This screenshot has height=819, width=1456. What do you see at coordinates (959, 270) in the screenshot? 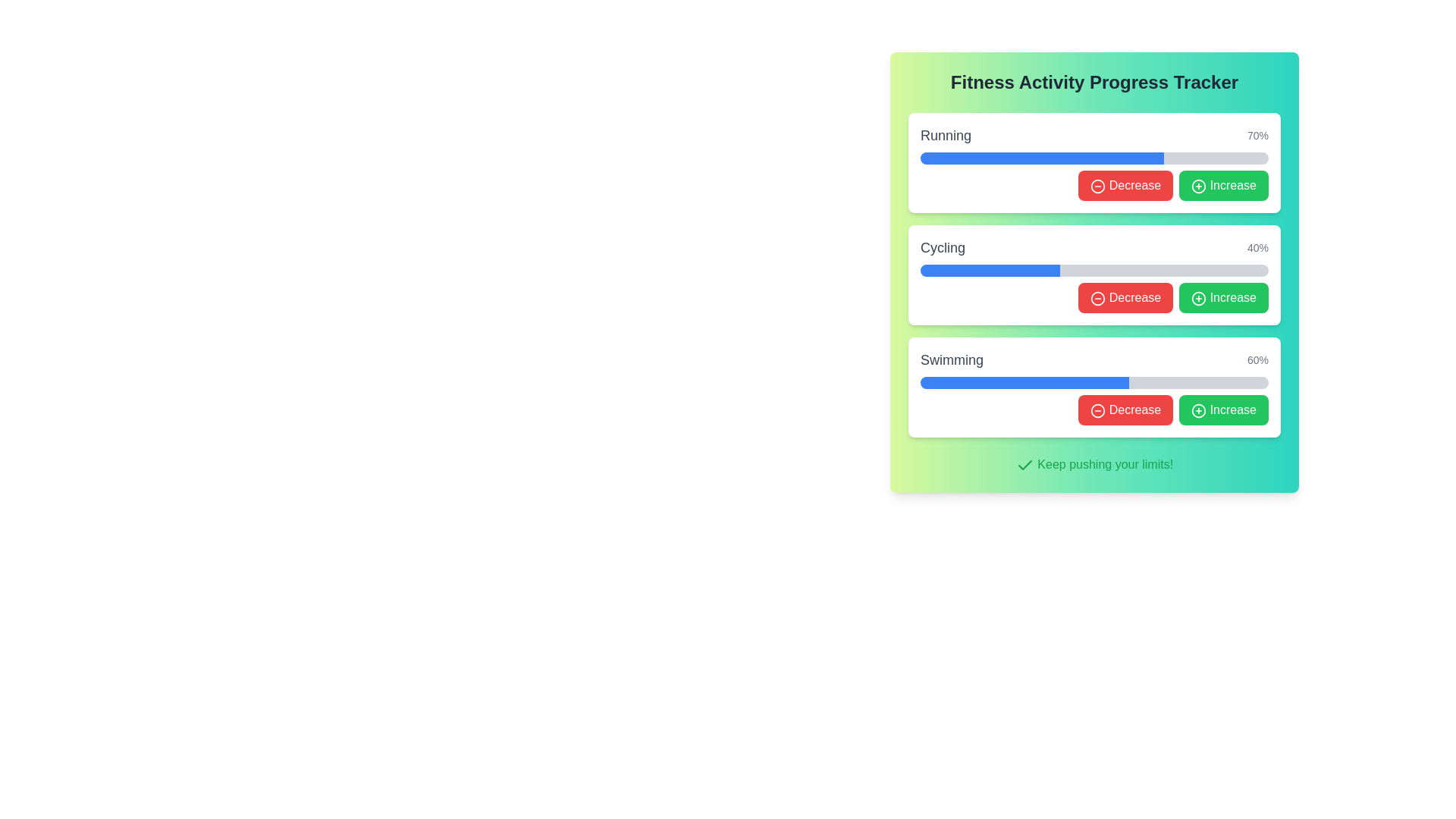
I see `the progress for cycling activity` at bounding box center [959, 270].